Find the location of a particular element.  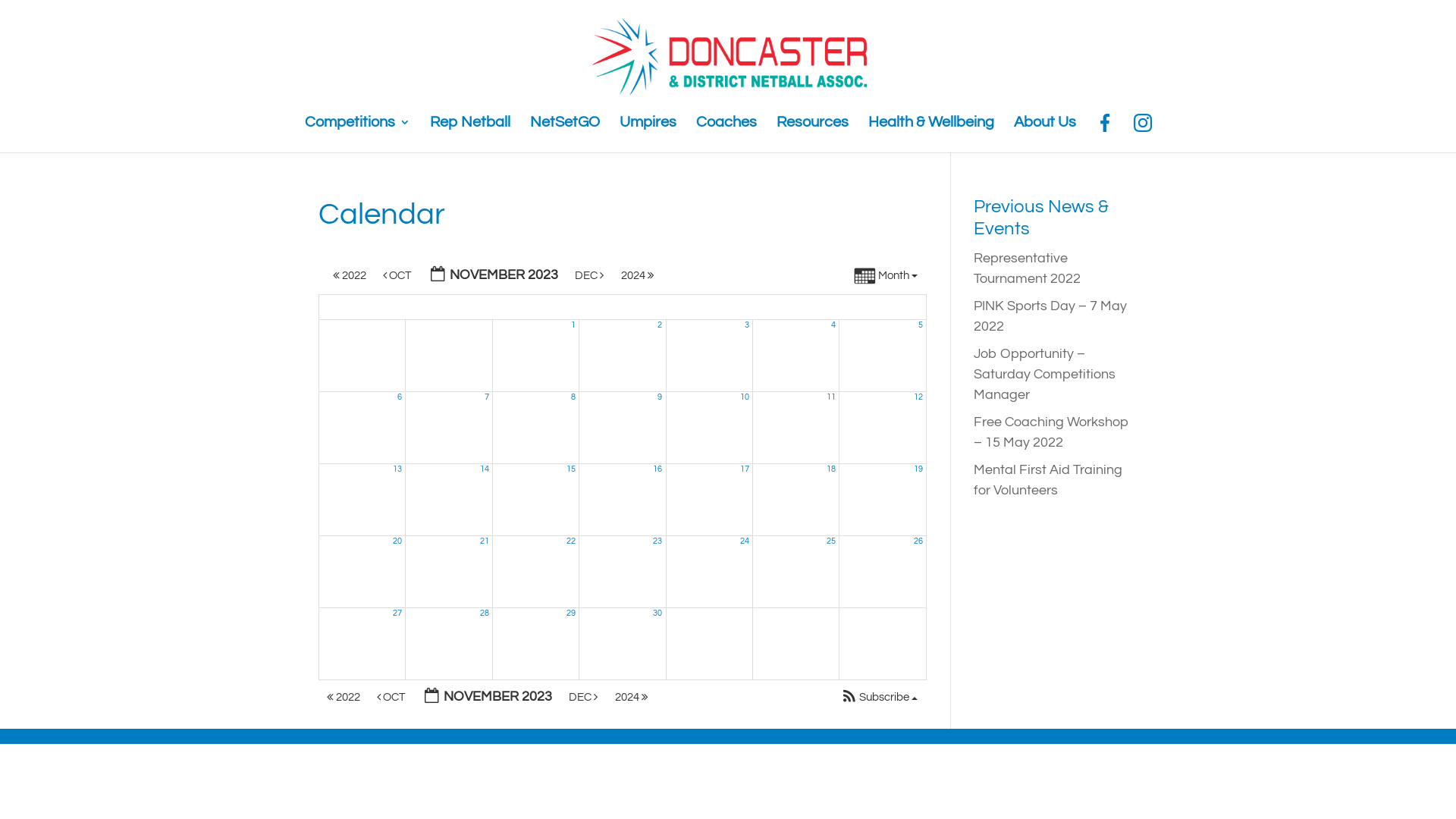

'Rep Netball' is located at coordinates (469, 131).